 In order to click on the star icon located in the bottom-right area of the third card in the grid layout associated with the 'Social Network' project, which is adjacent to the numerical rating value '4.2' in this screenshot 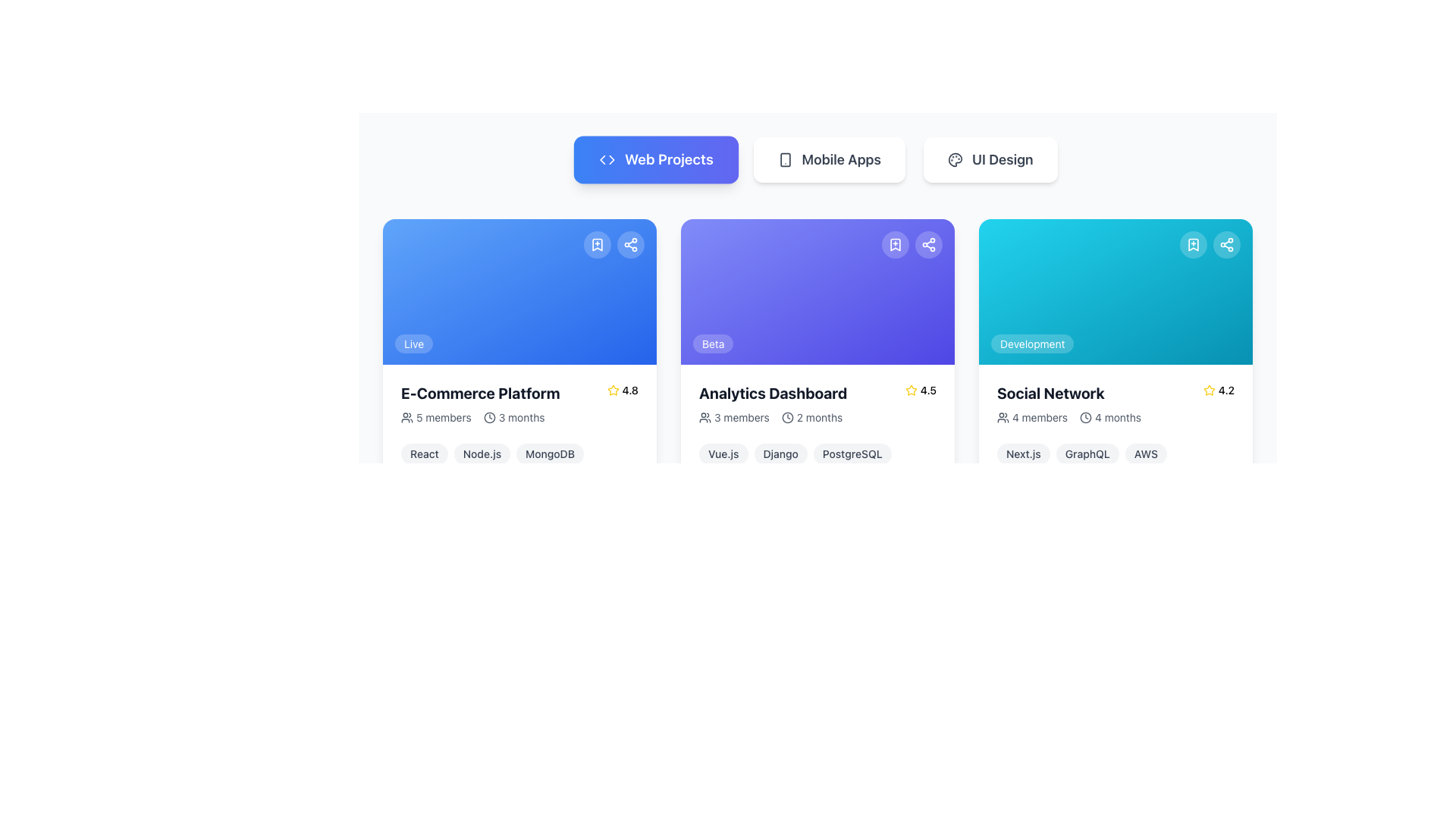, I will do `click(1208, 389)`.